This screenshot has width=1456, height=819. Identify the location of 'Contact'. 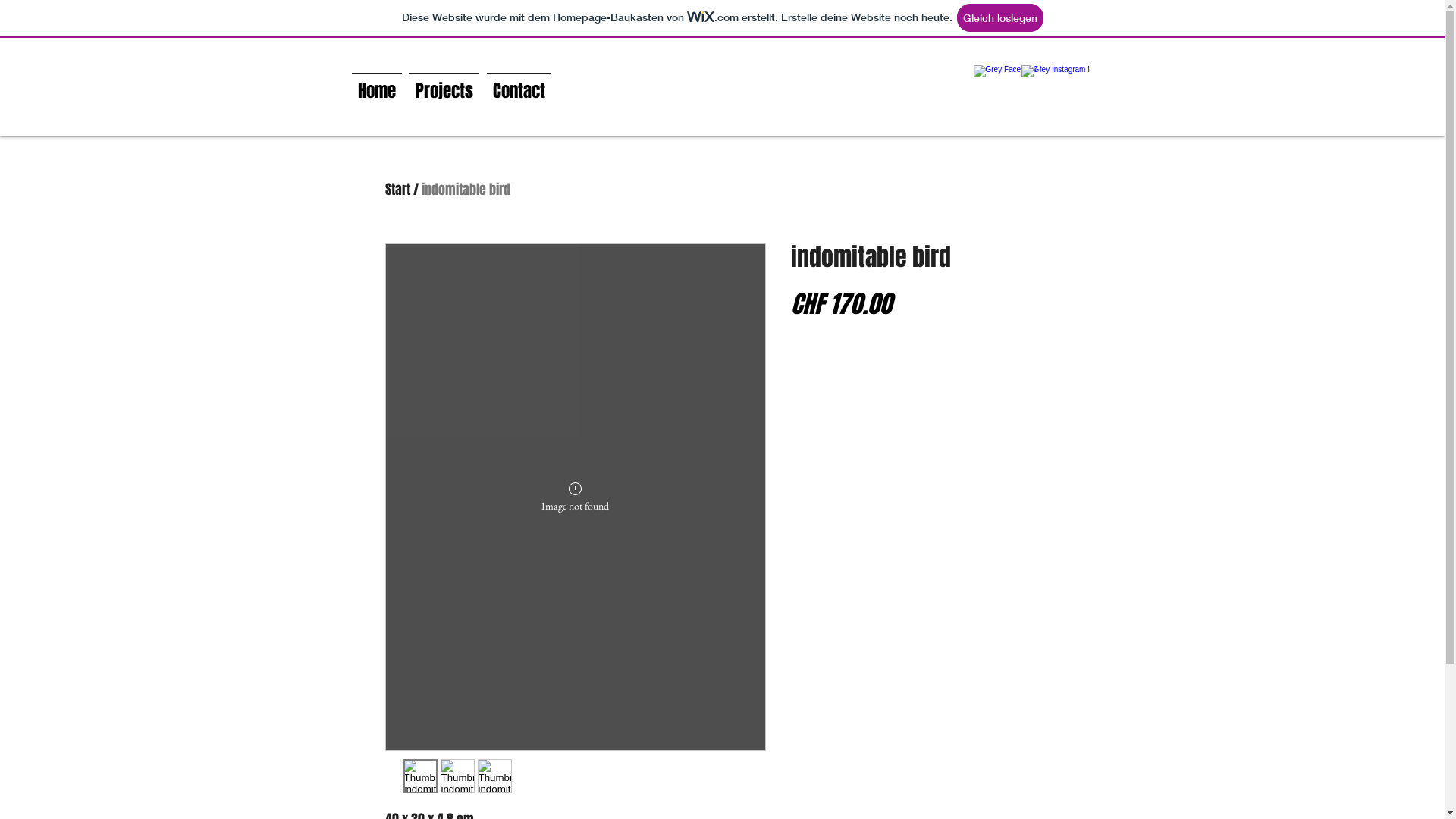
(518, 84).